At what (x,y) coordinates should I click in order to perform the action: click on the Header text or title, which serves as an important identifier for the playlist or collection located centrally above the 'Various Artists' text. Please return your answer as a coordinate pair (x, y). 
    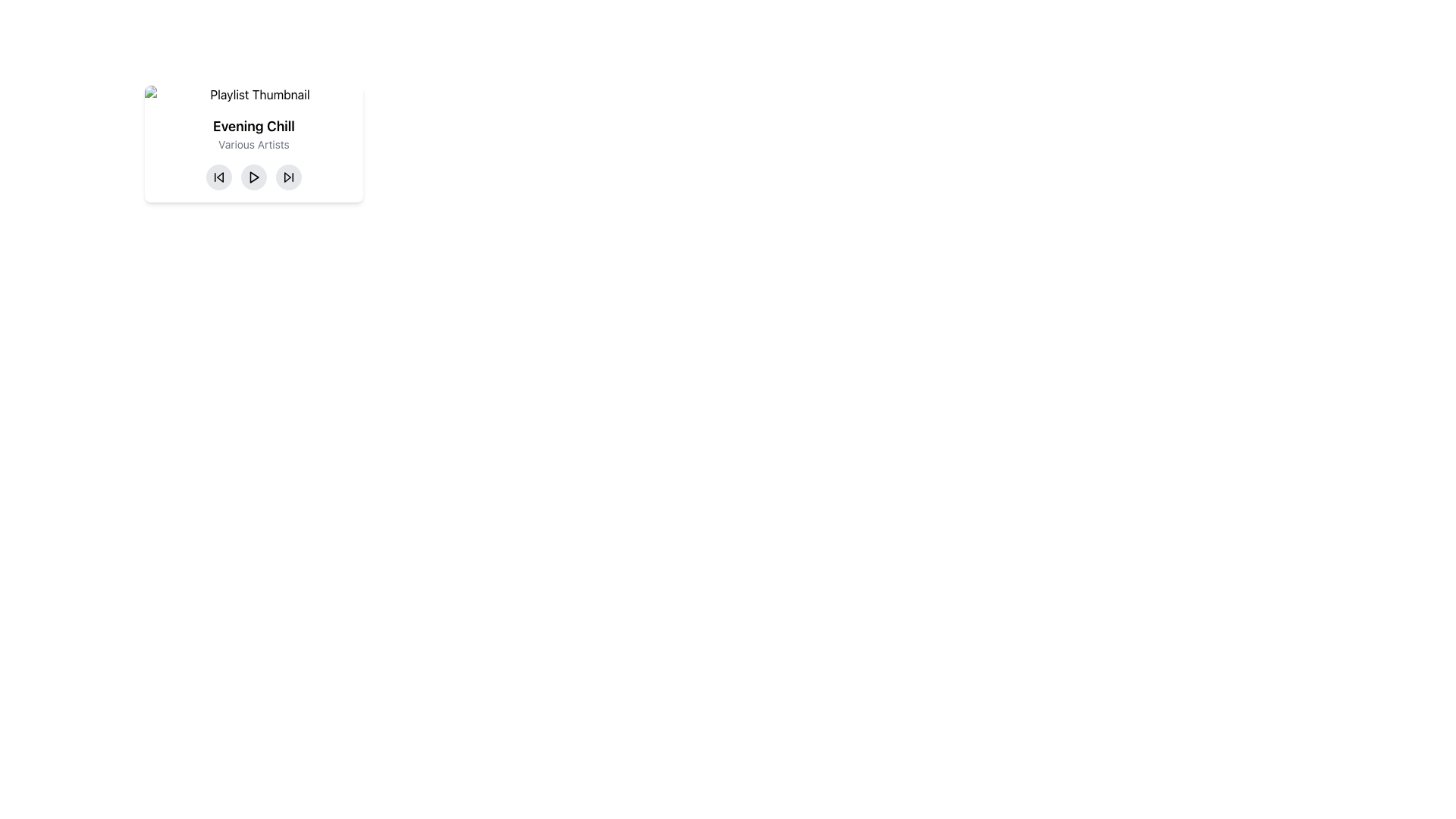
    Looking at the image, I should click on (254, 125).